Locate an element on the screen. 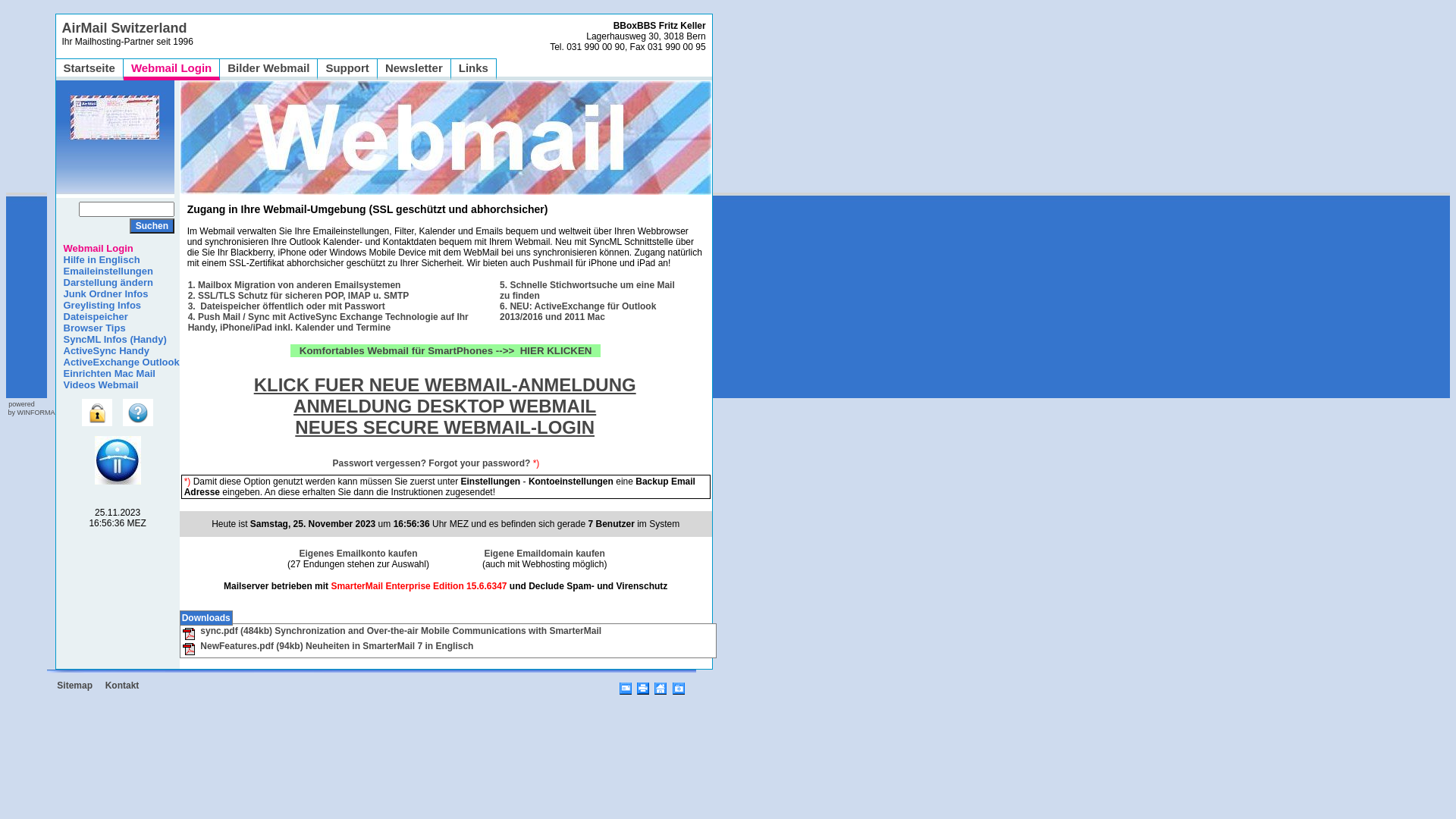 This screenshot has width=1456, height=819. 'Eigenes Emailkonto kaufen' is located at coordinates (356, 553).